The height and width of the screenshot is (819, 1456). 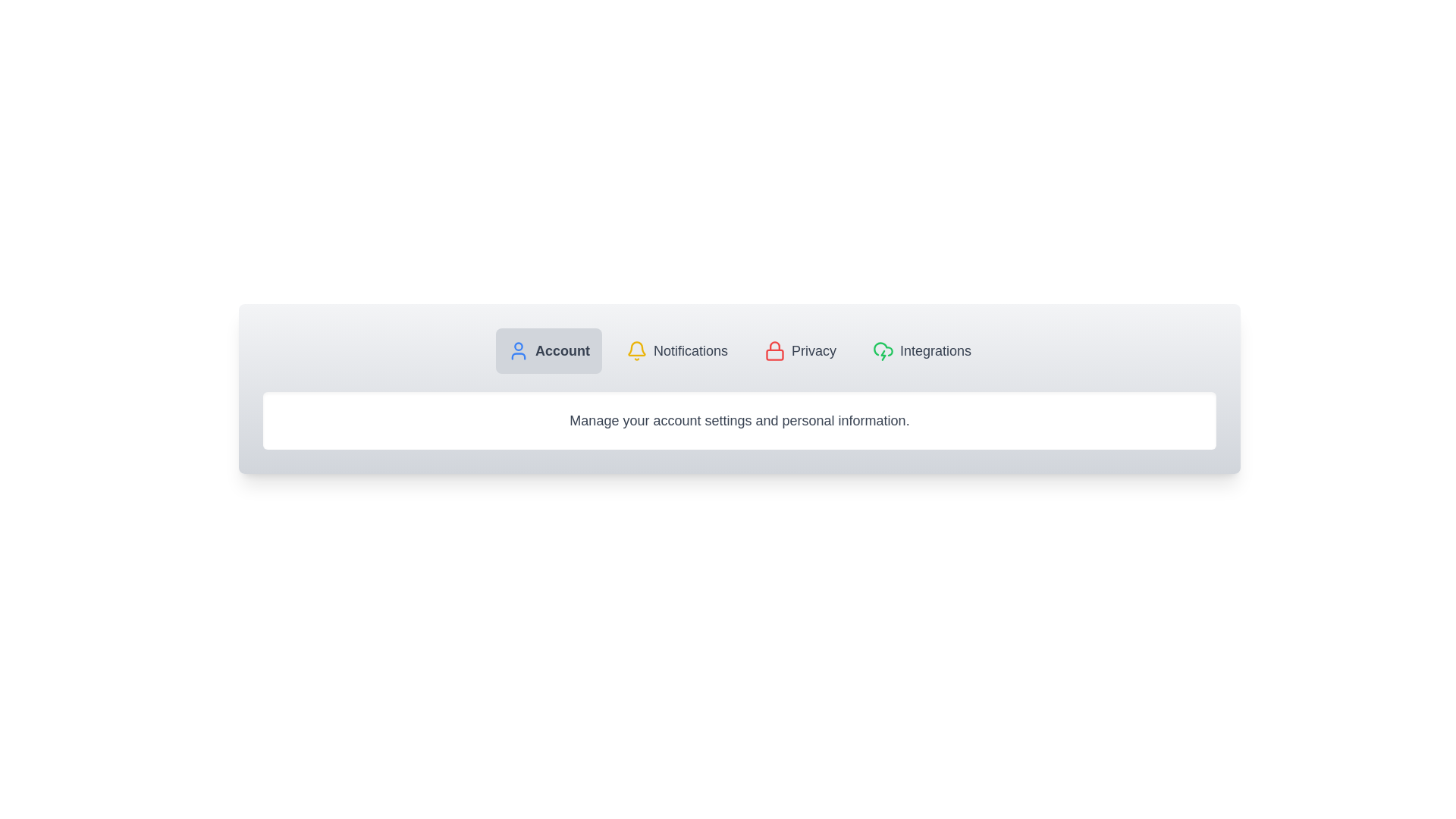 I want to click on the cloud icon with a green outline located in the 'Integrations' section of the interface, positioned at the rightmost side of the row of sections, so click(x=883, y=349).